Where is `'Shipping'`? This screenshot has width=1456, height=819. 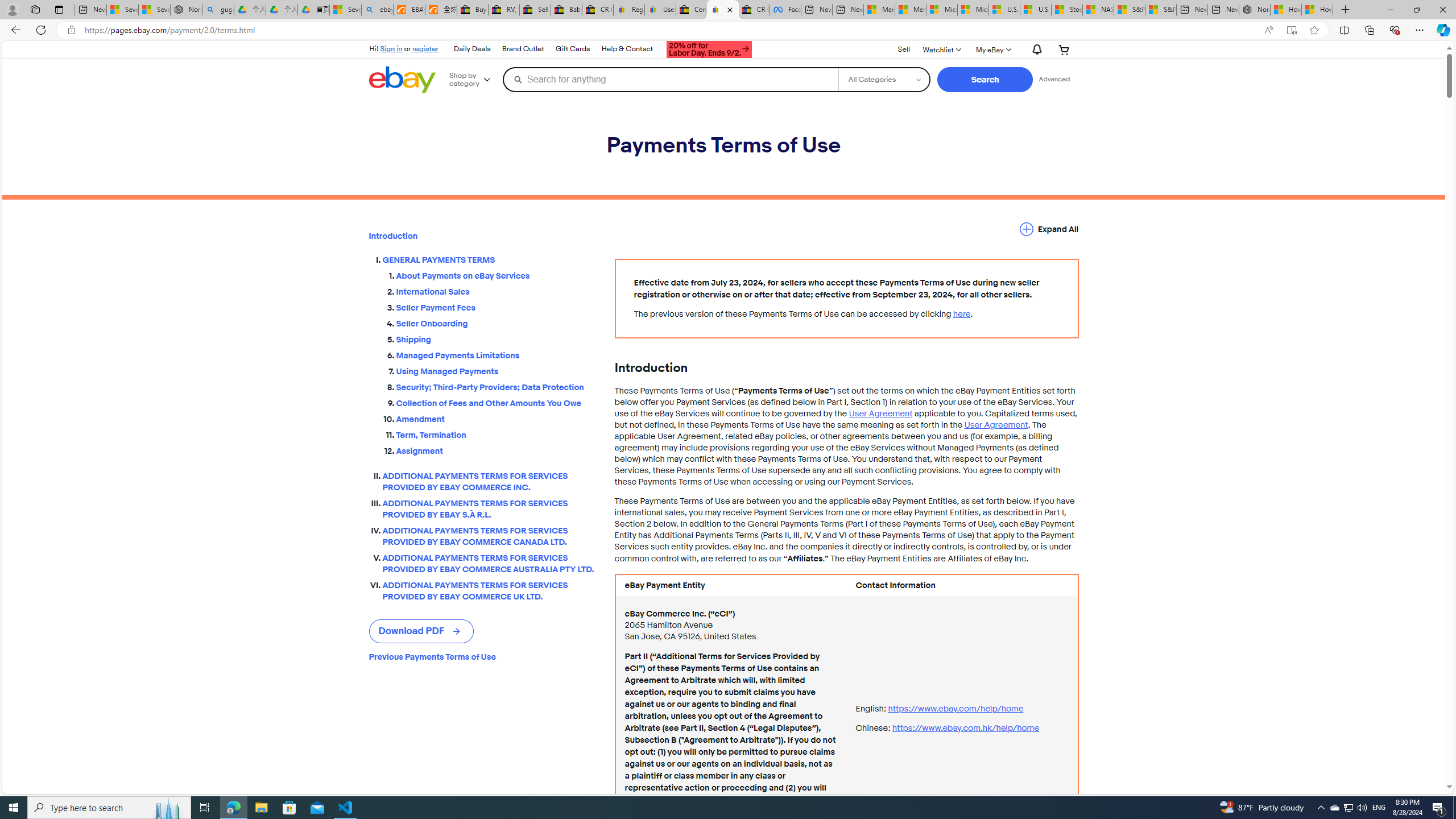 'Shipping' is located at coordinates (496, 340).